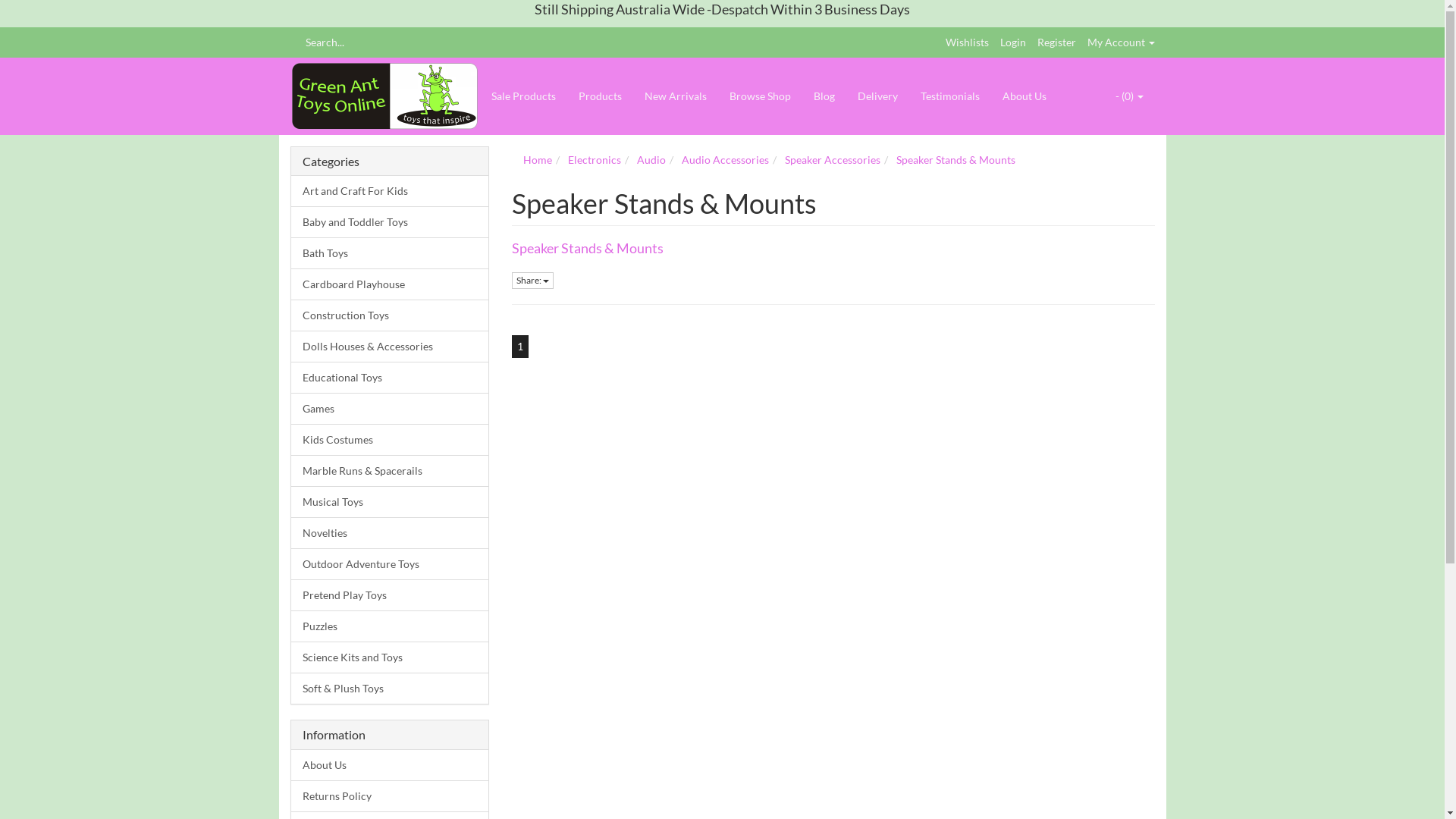 The width and height of the screenshot is (1456, 819). Describe the element at coordinates (593, 159) in the screenshot. I see `'Electronics'` at that location.